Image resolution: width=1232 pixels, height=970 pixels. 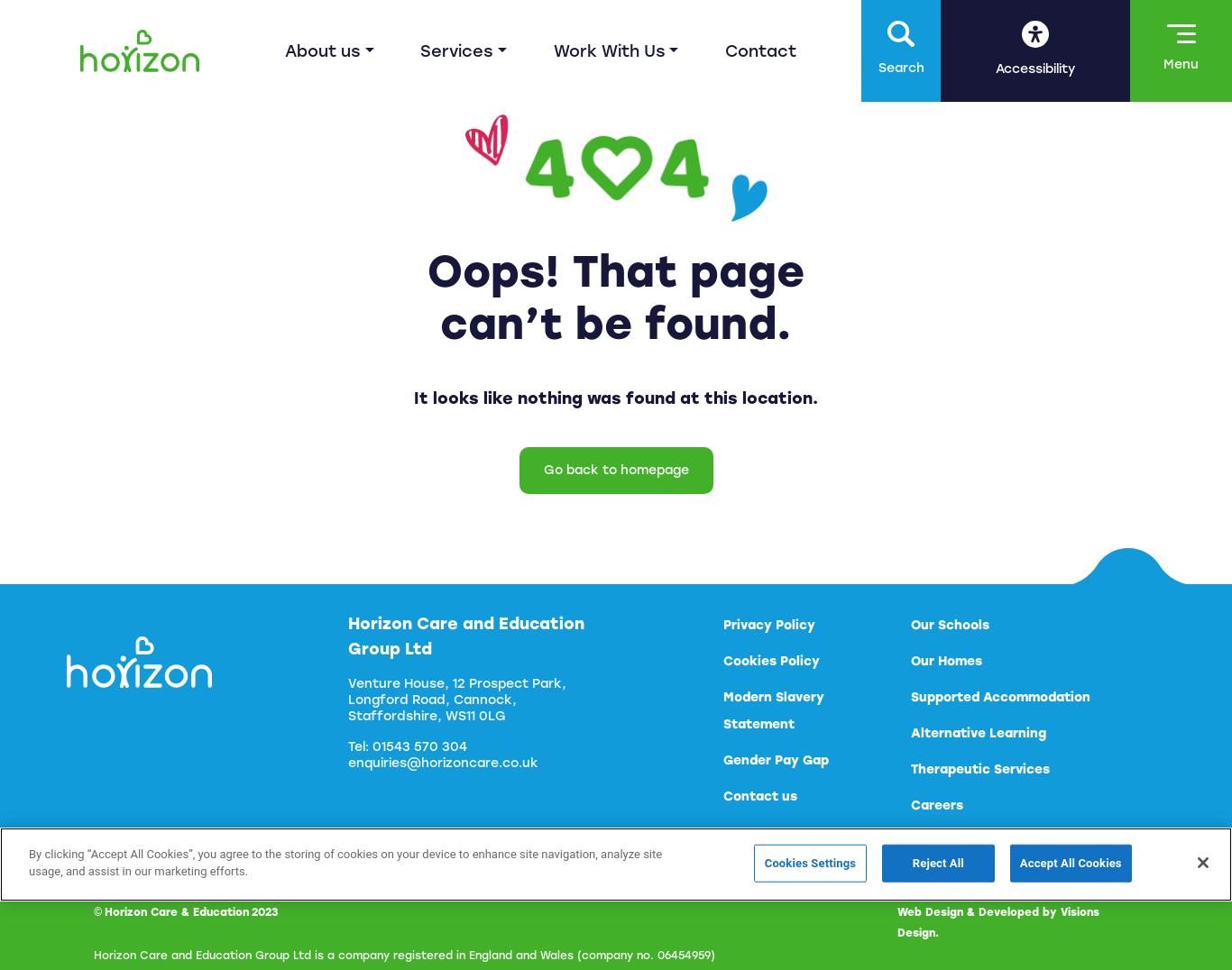 What do you see at coordinates (759, 796) in the screenshot?
I see `'Contact us'` at bounding box center [759, 796].